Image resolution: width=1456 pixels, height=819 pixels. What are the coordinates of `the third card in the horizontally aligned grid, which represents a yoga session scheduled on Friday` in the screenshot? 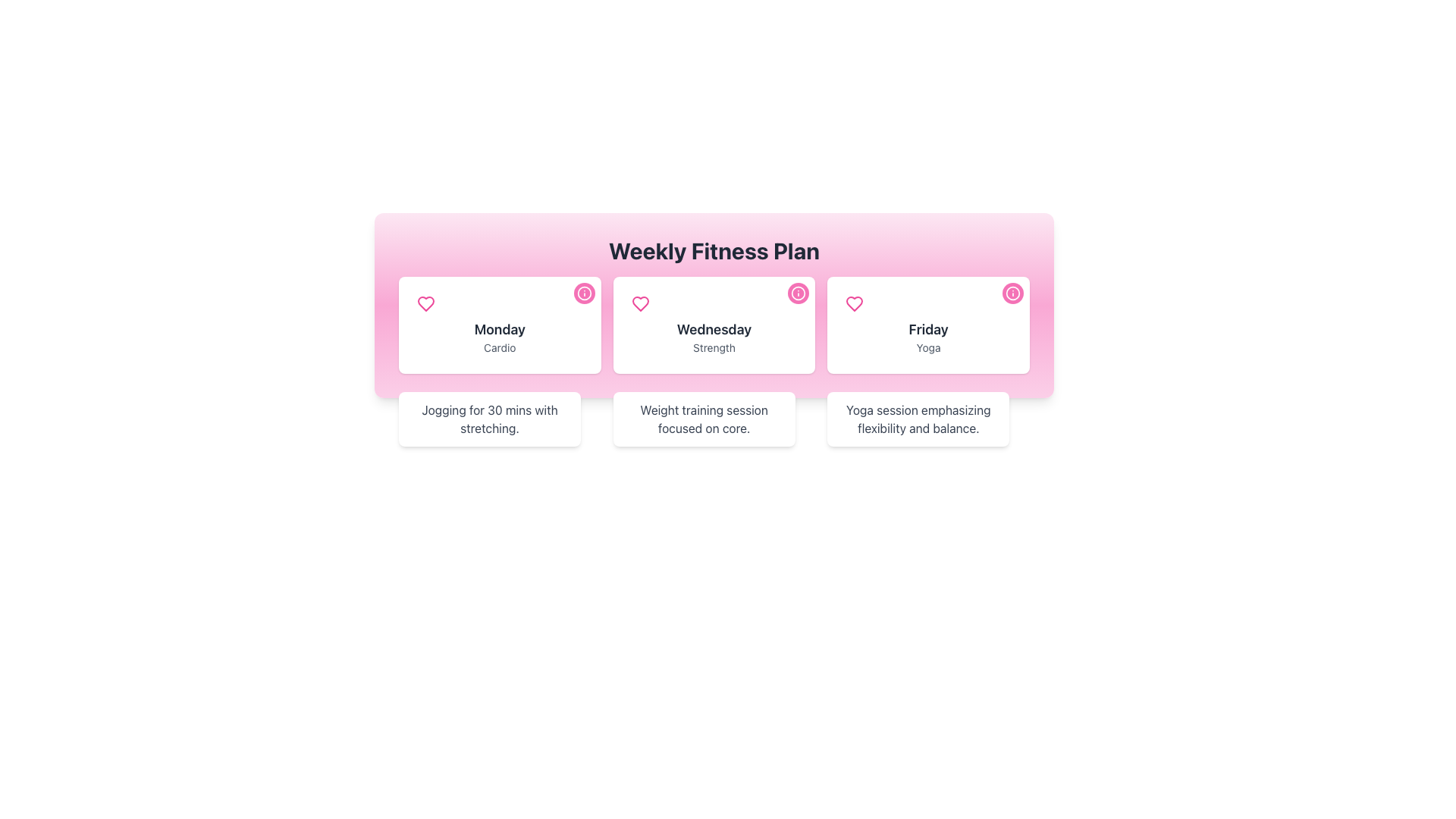 It's located at (927, 324).